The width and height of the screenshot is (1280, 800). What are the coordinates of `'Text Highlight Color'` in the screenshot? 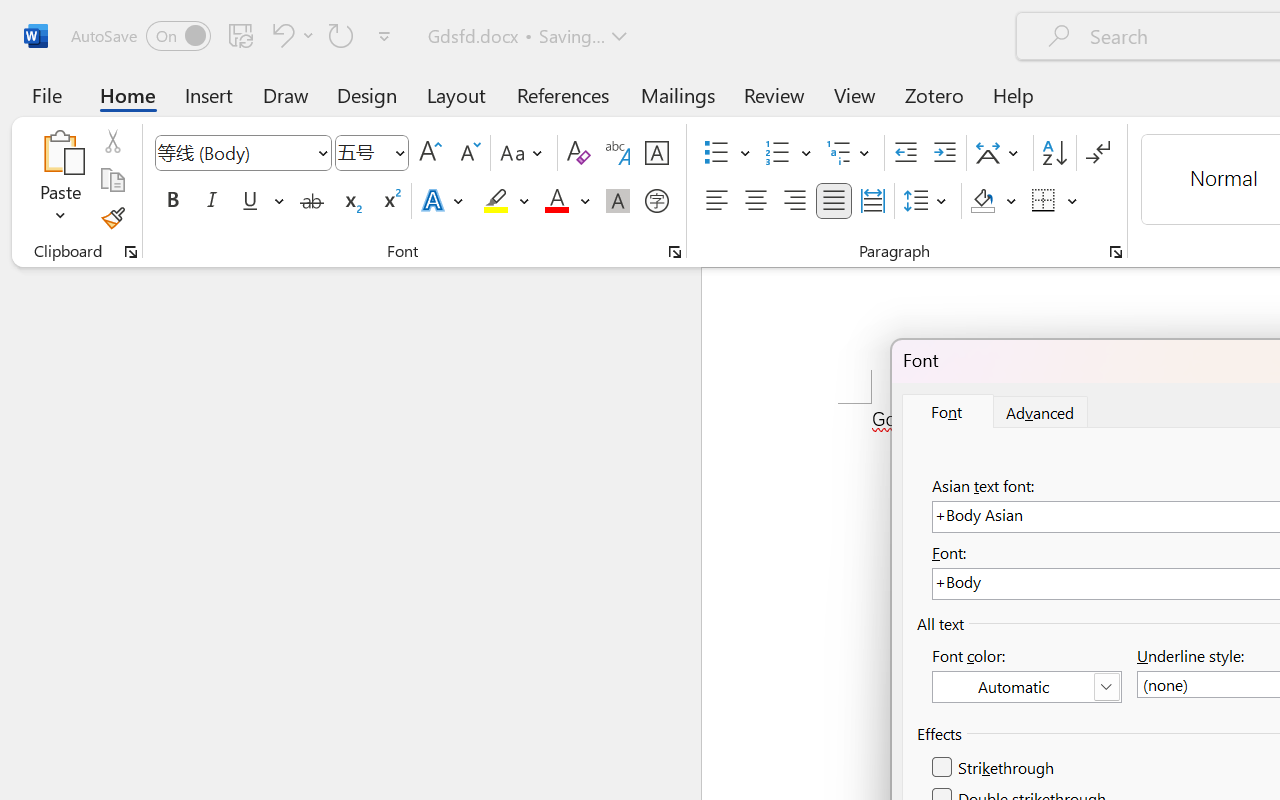 It's located at (506, 201).